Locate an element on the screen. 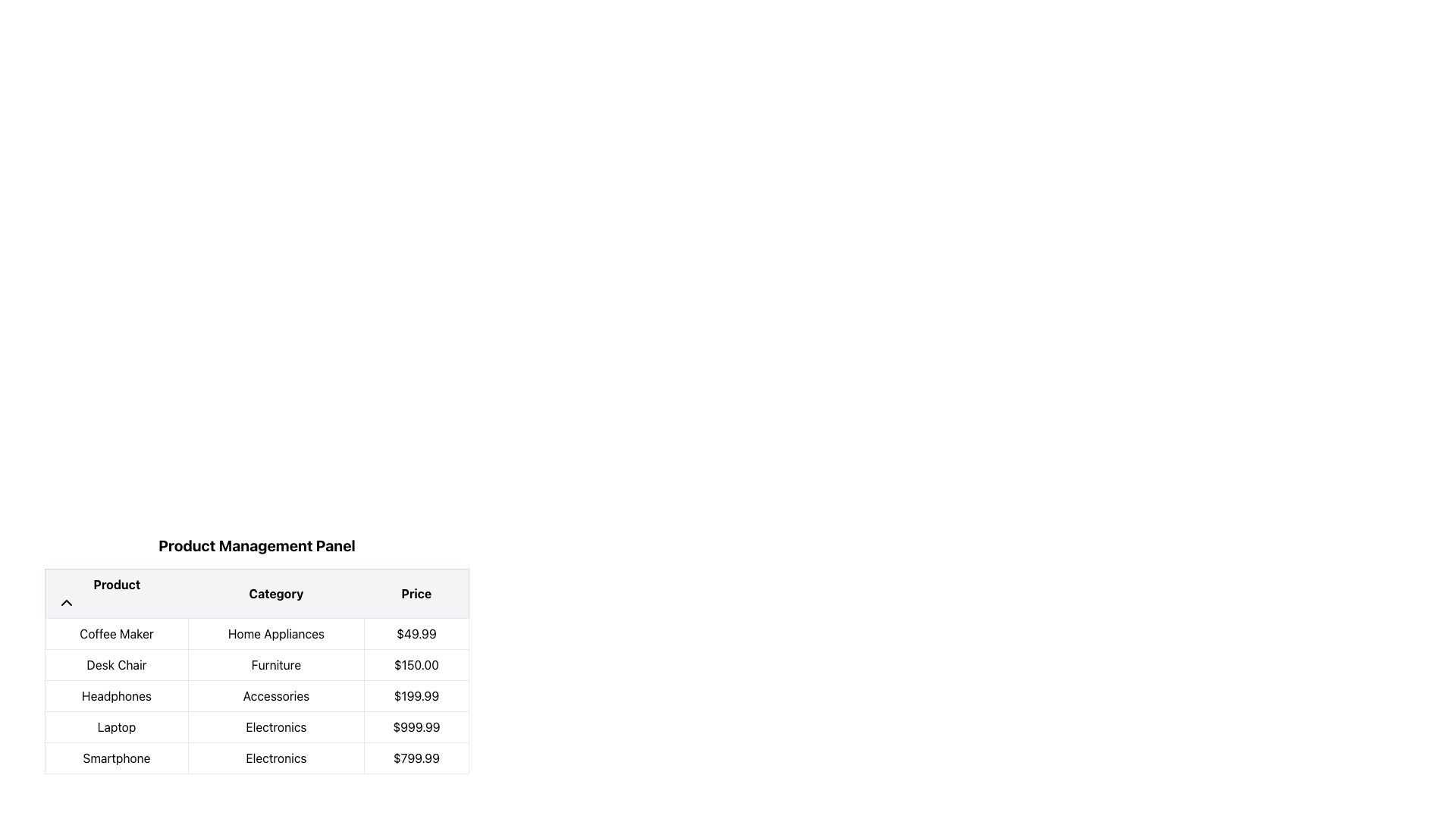  the specific cells of the data table in the 'Product Management Panel' is located at coordinates (257, 696).